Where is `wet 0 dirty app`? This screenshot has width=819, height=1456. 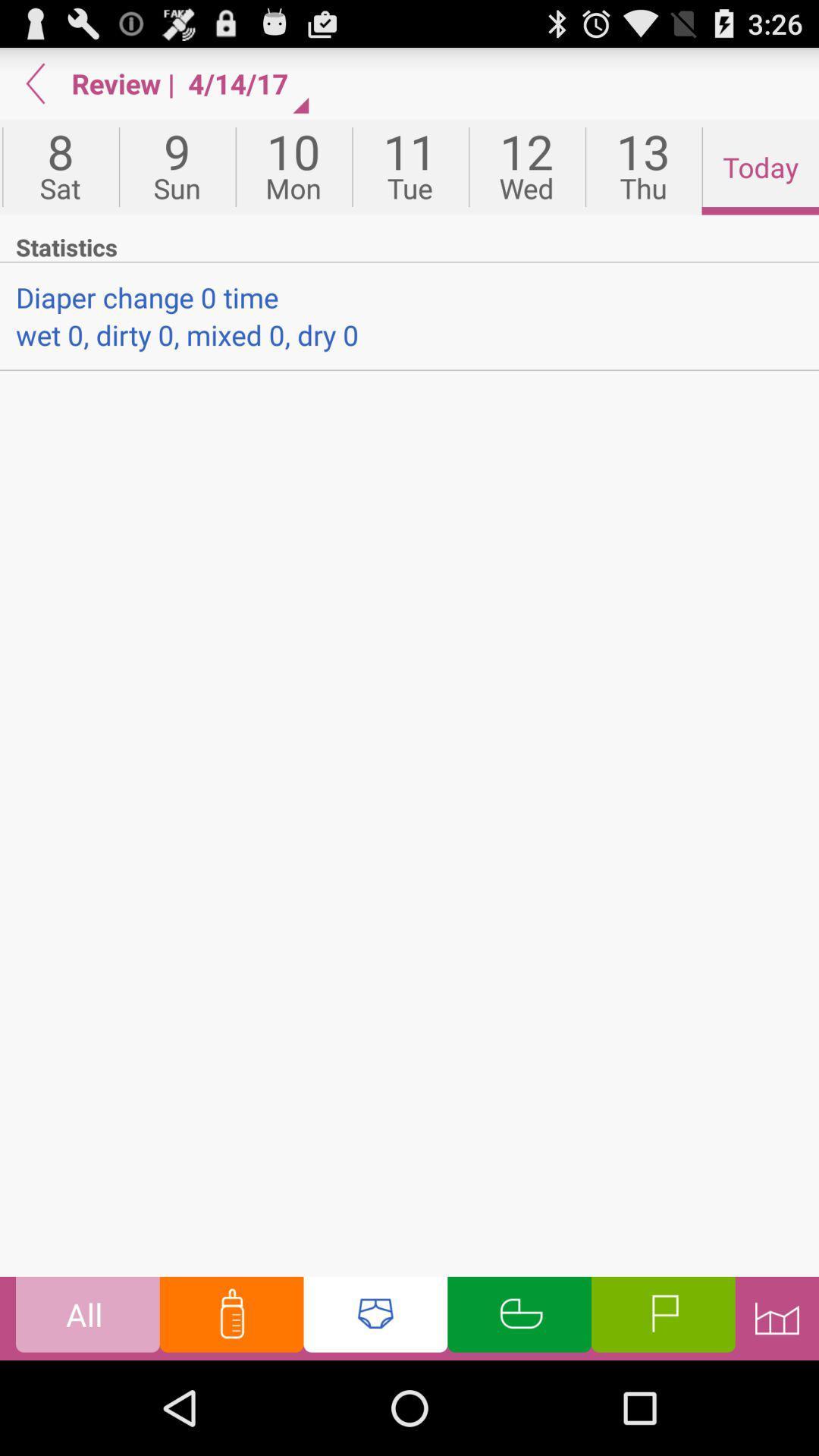
wet 0 dirty app is located at coordinates (409, 334).